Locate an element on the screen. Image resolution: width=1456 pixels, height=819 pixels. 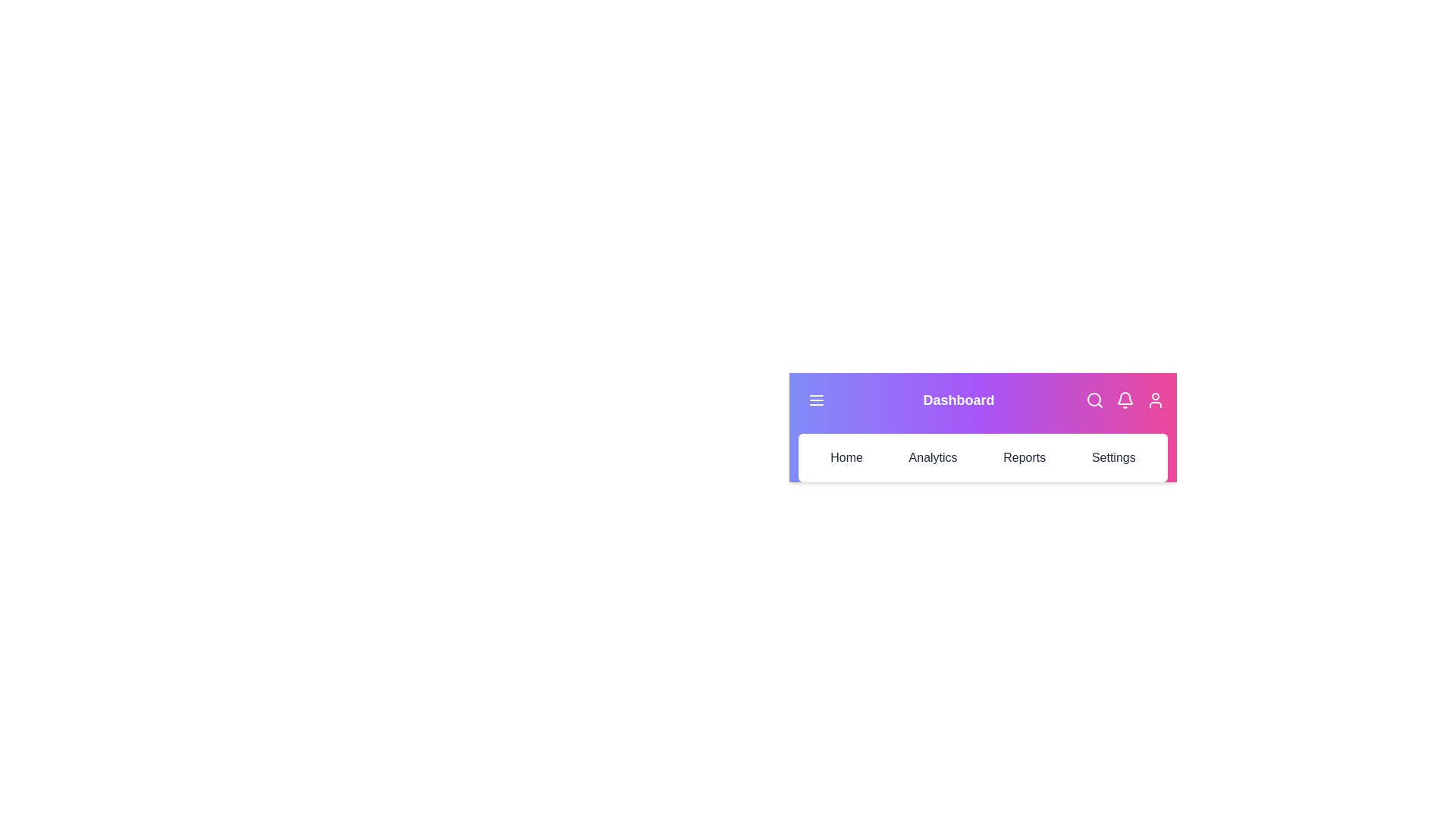
the menu icon to toggle the menu visibility is located at coordinates (815, 400).